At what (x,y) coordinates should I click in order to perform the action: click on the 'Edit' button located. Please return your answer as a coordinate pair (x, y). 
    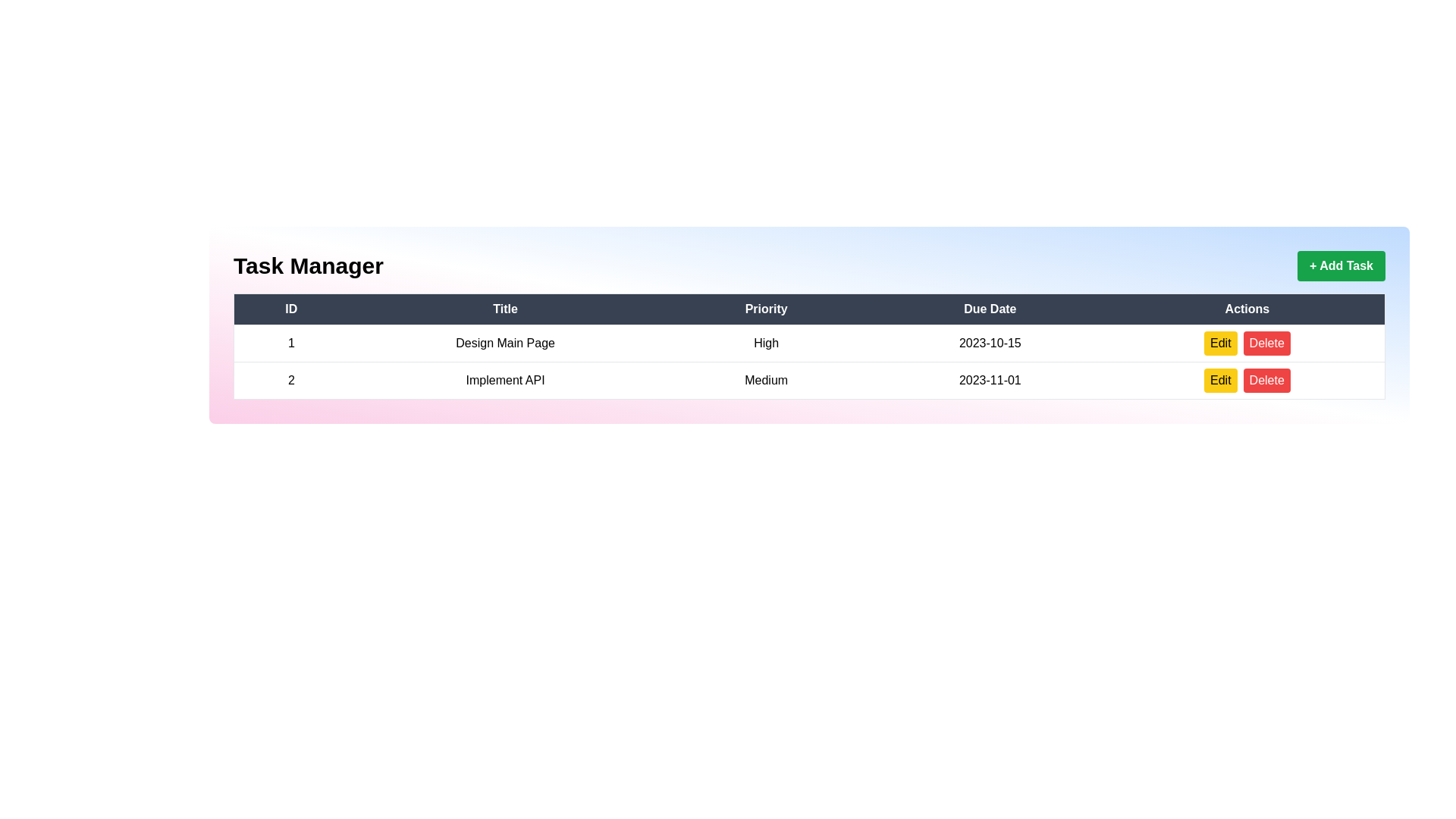
    Looking at the image, I should click on (1220, 379).